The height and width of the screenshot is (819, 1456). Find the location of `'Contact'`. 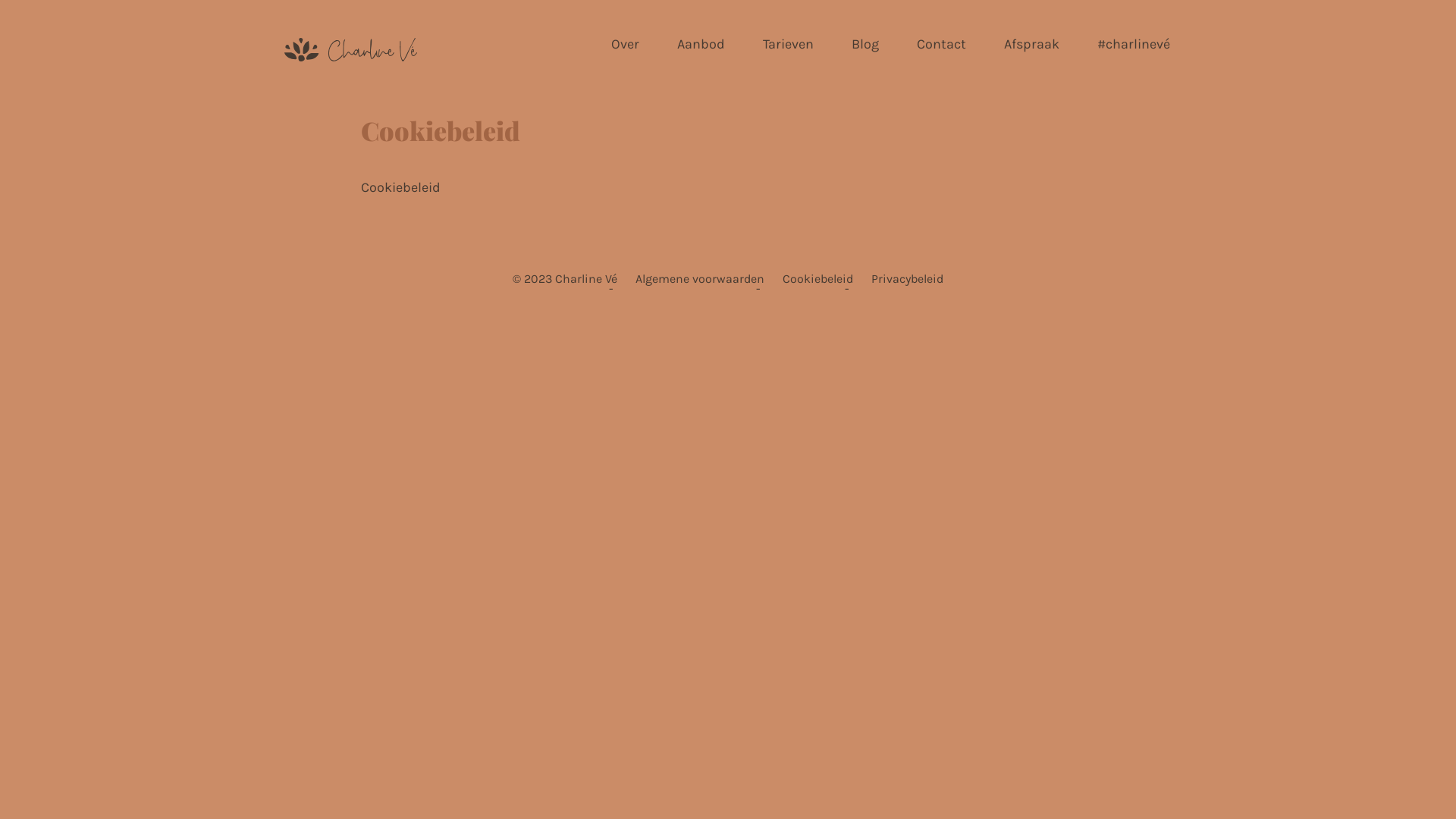

'Contact' is located at coordinates (940, 42).